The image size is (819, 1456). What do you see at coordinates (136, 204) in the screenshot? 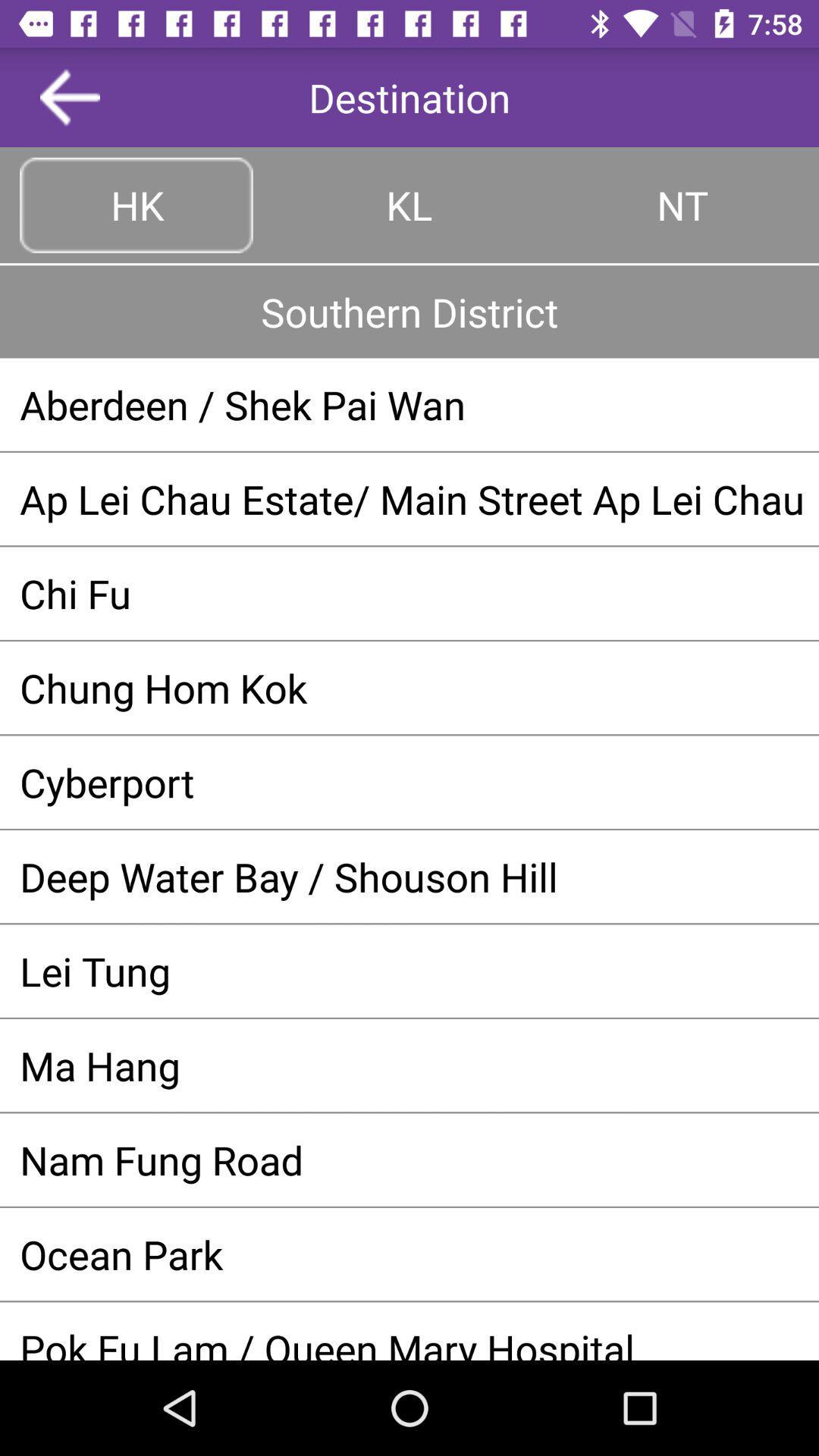
I see `the button left to kl at top` at bounding box center [136, 204].